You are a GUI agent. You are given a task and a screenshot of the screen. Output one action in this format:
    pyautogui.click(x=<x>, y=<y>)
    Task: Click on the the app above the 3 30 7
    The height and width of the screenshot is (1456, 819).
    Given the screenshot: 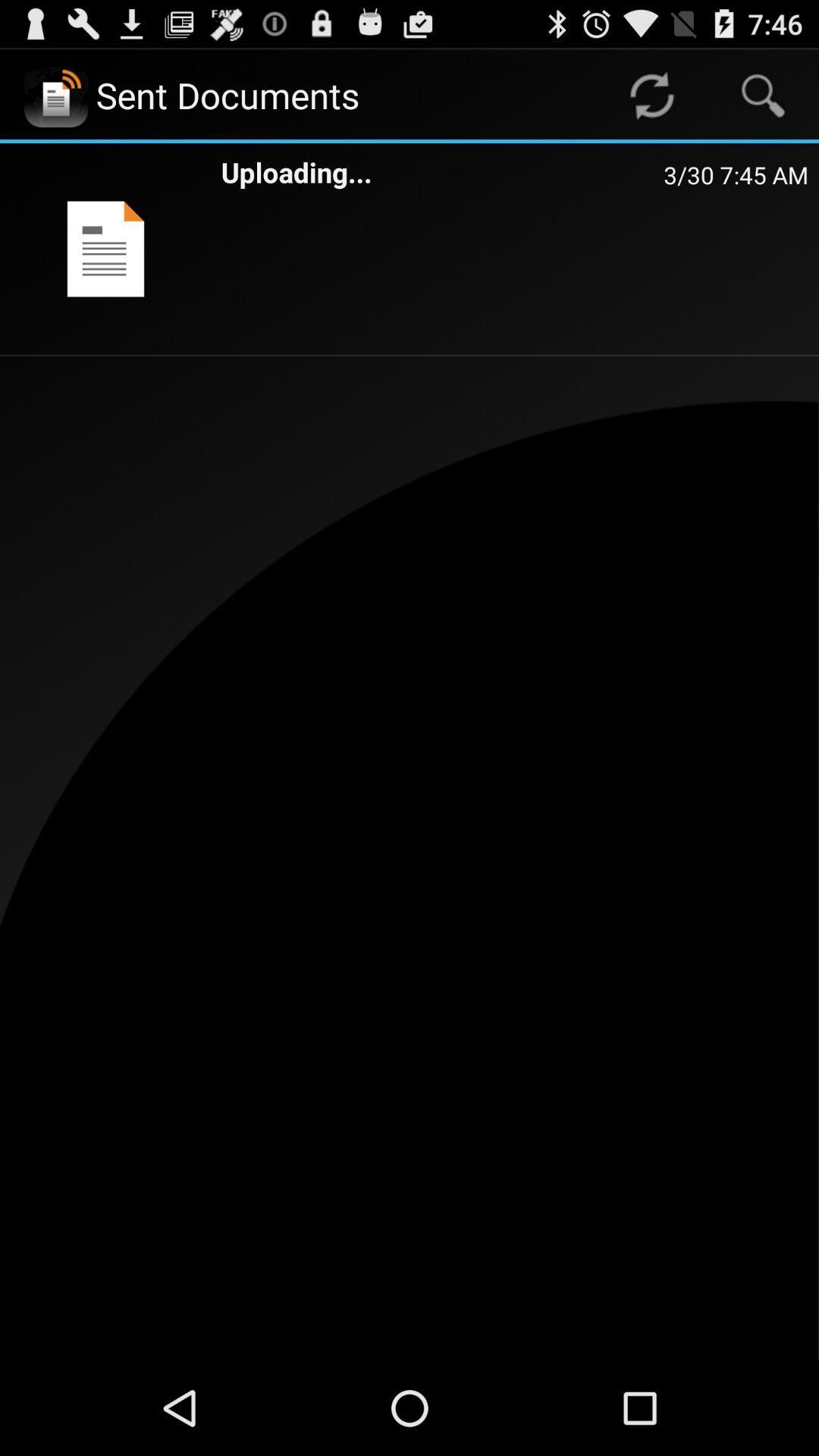 What is the action you would take?
    pyautogui.click(x=763, y=94)
    